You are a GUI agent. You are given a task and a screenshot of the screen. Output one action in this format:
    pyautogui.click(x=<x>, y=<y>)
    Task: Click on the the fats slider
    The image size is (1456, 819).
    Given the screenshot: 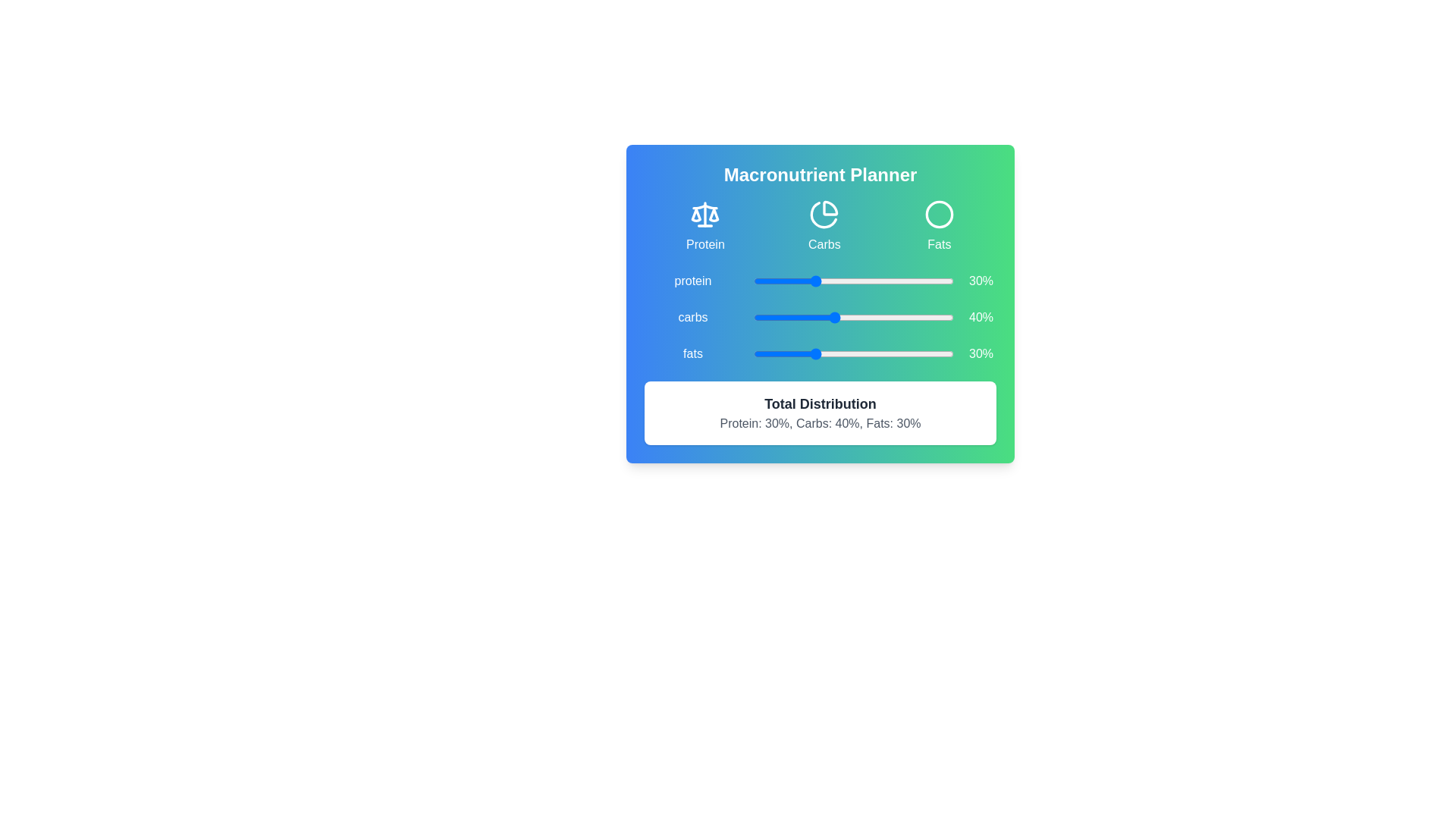 What is the action you would take?
    pyautogui.click(x=813, y=353)
    